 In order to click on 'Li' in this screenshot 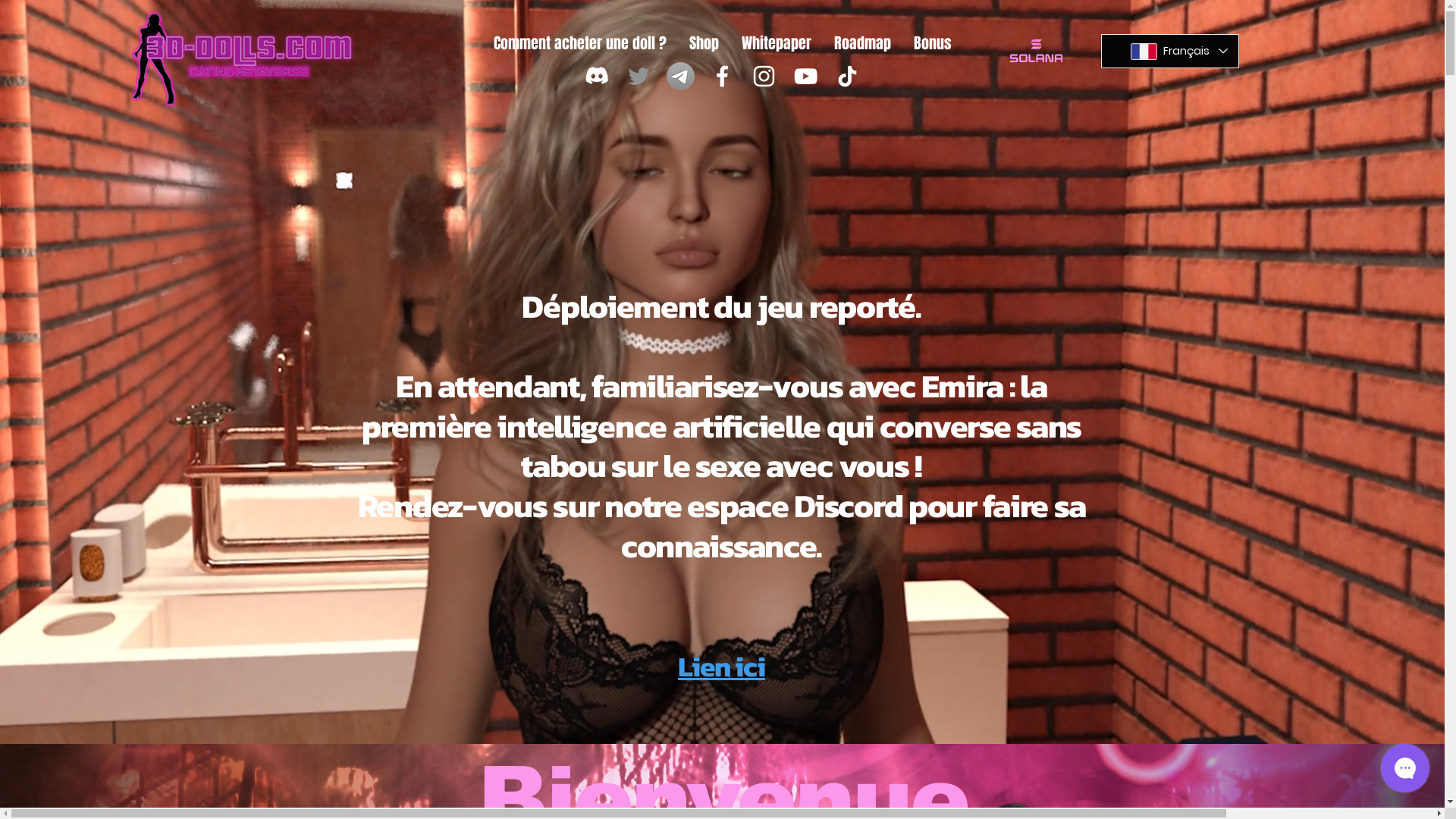, I will do `click(676, 666)`.